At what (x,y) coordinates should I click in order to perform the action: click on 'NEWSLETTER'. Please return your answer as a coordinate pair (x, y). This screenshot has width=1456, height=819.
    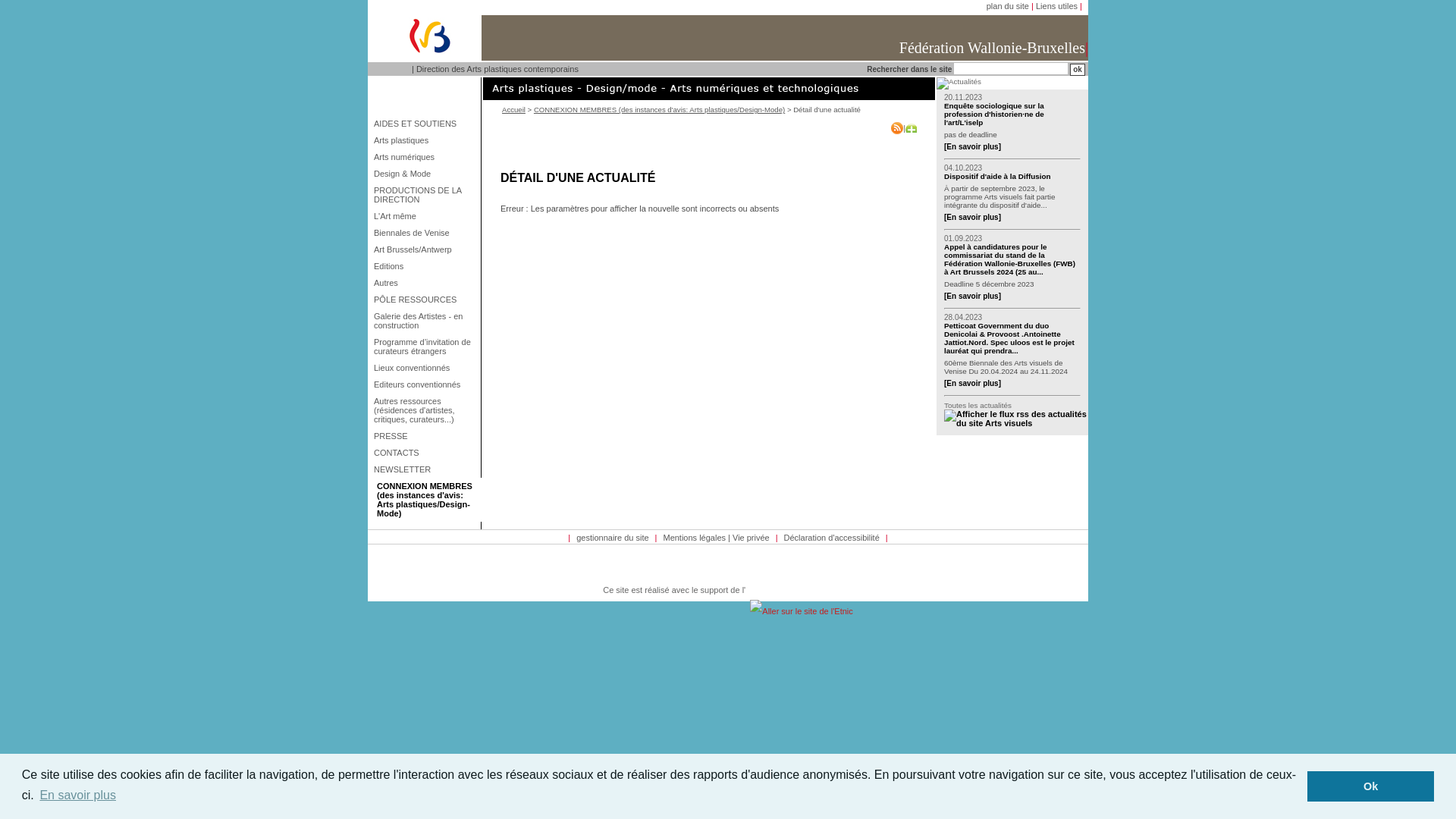
    Looking at the image, I should click on (425, 468).